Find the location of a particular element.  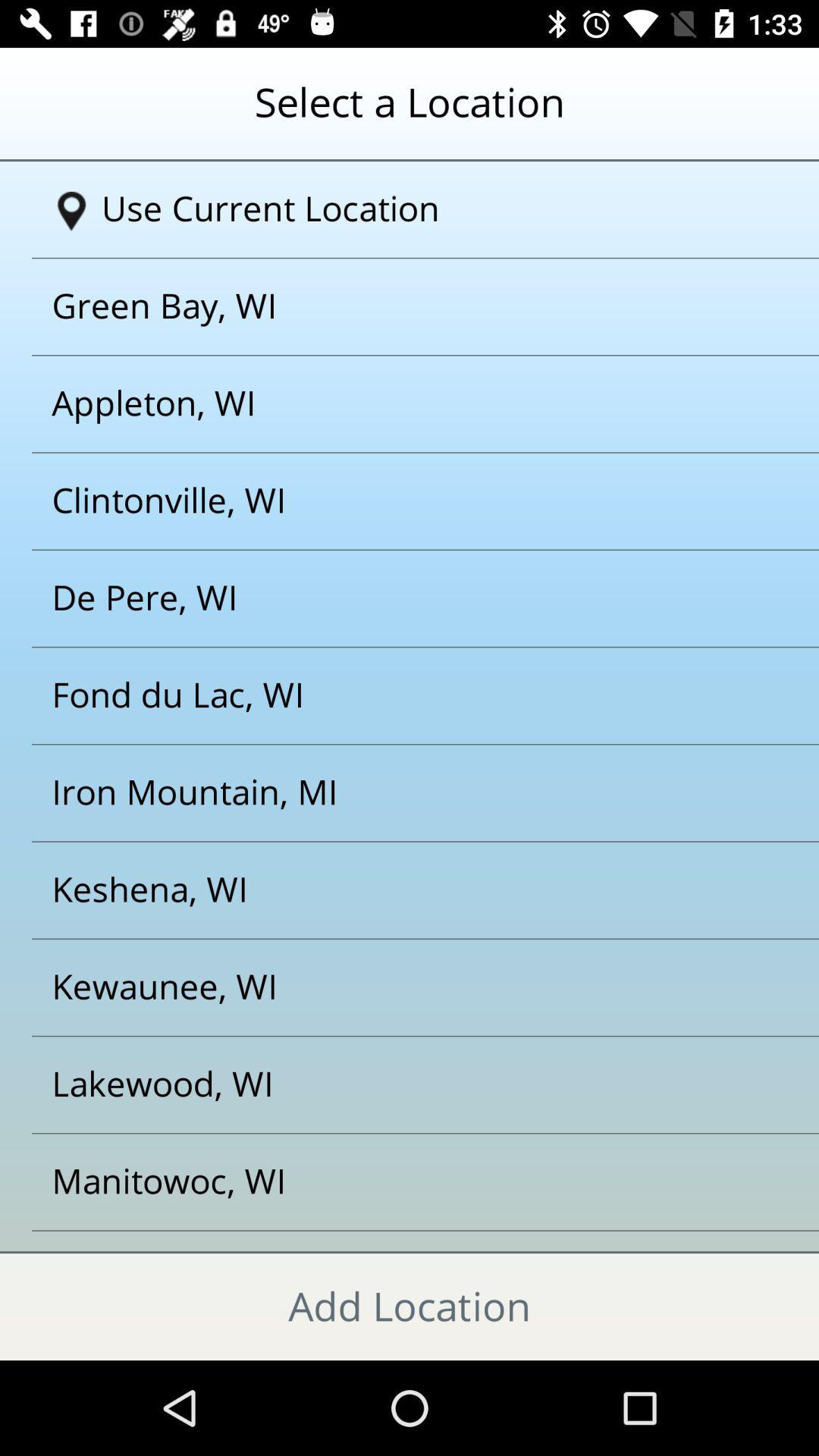

the locator icon is located at coordinates (71, 210).